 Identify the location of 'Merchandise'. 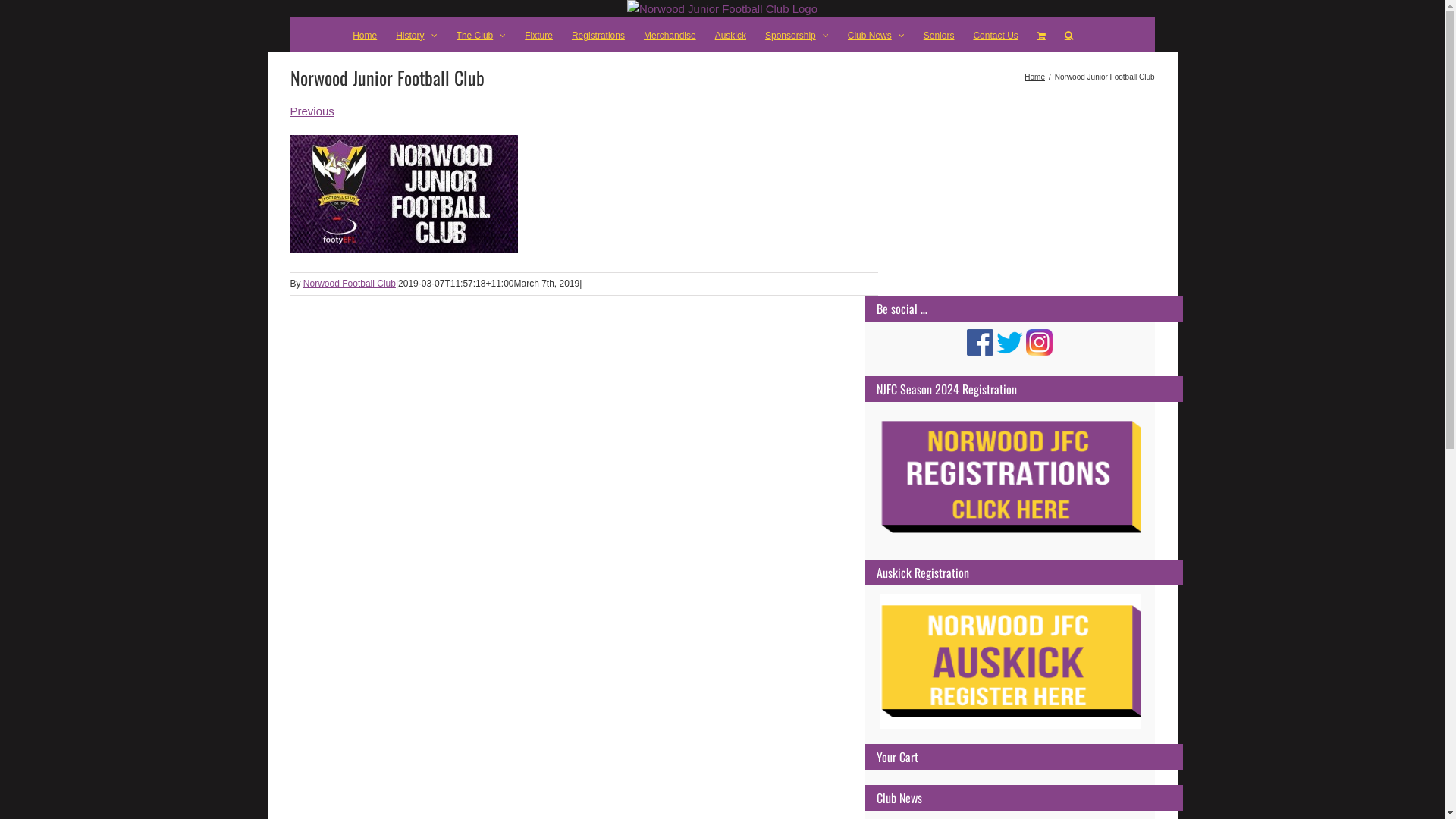
(669, 34).